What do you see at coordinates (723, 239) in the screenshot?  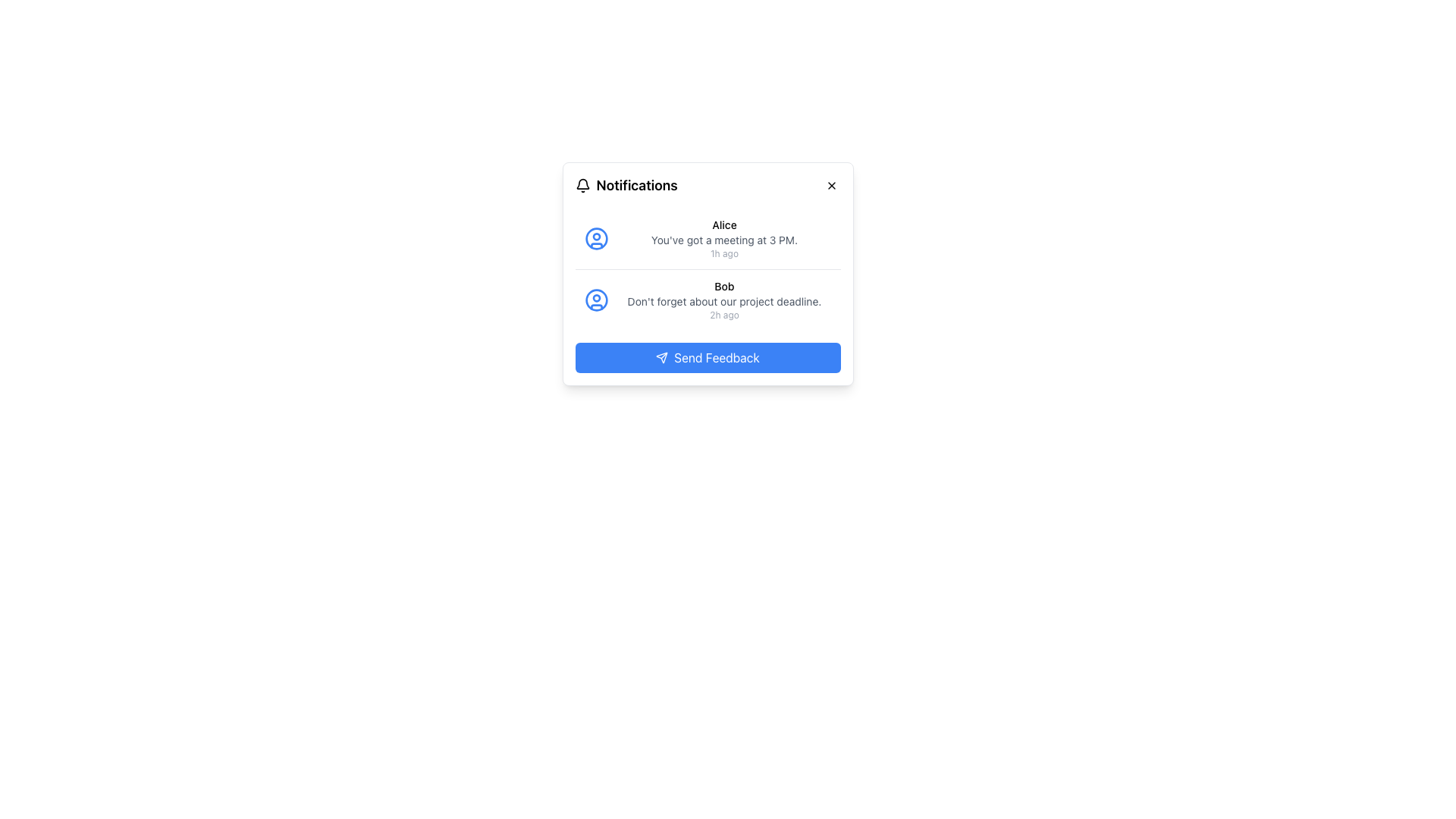 I see `notification message text that informs the user of an upcoming meeting schedule, located in the second notification entry below the 'Alice' label` at bounding box center [723, 239].